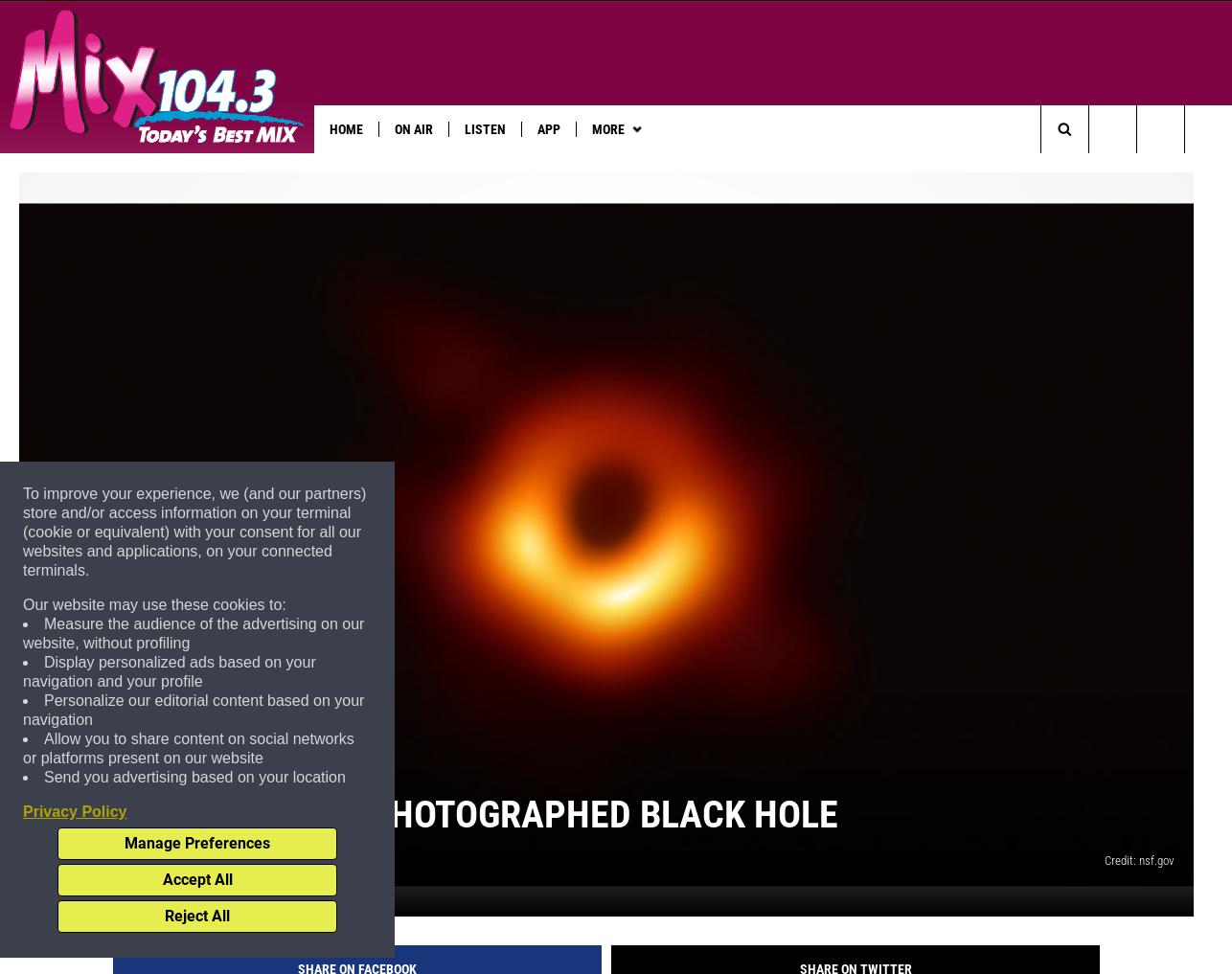 The image size is (1232, 974). What do you see at coordinates (372, 169) in the screenshot?
I see `'Download the Mix App'` at bounding box center [372, 169].